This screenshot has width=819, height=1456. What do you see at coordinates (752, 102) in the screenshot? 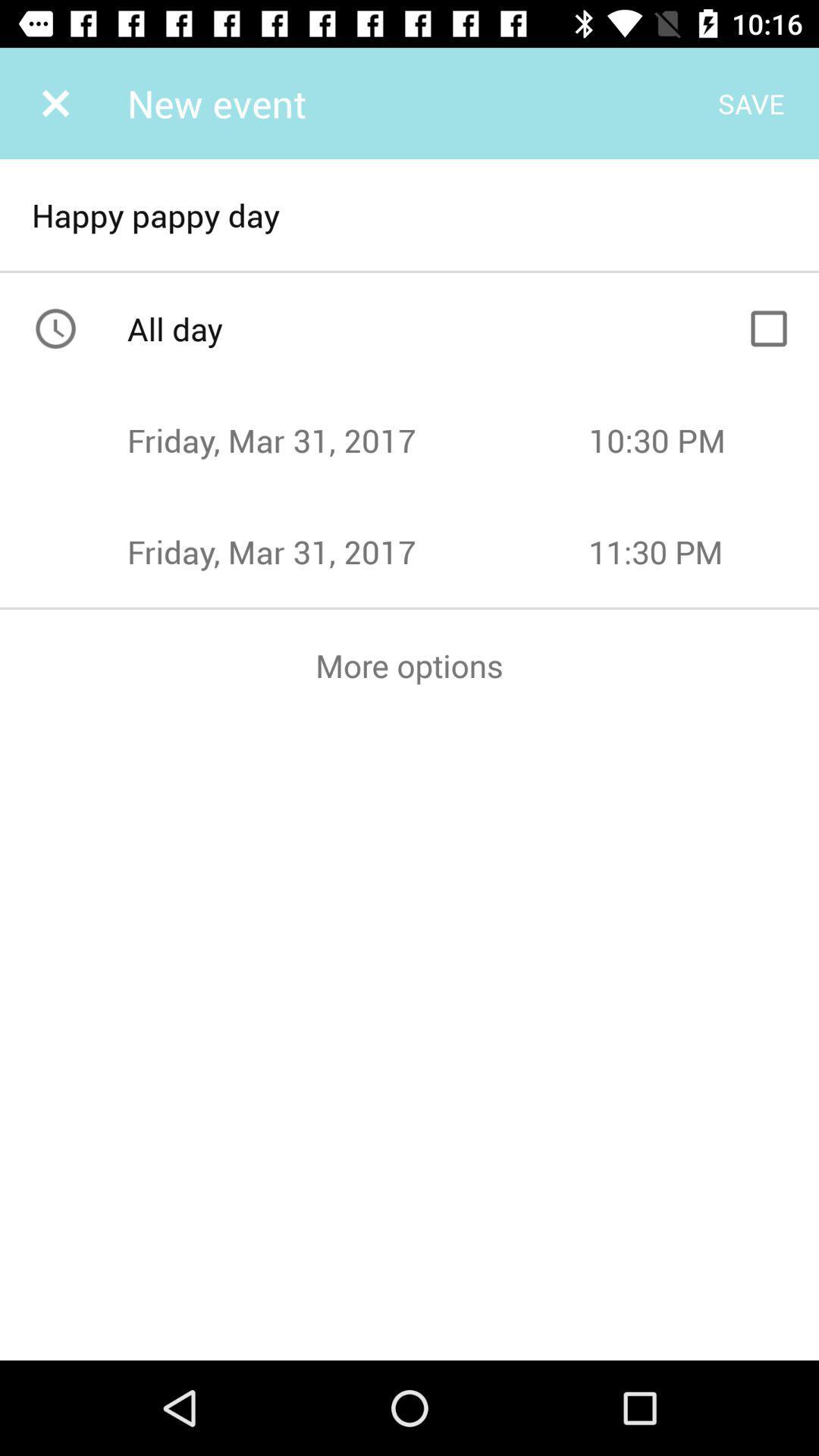
I see `save on the right side of new event` at bounding box center [752, 102].